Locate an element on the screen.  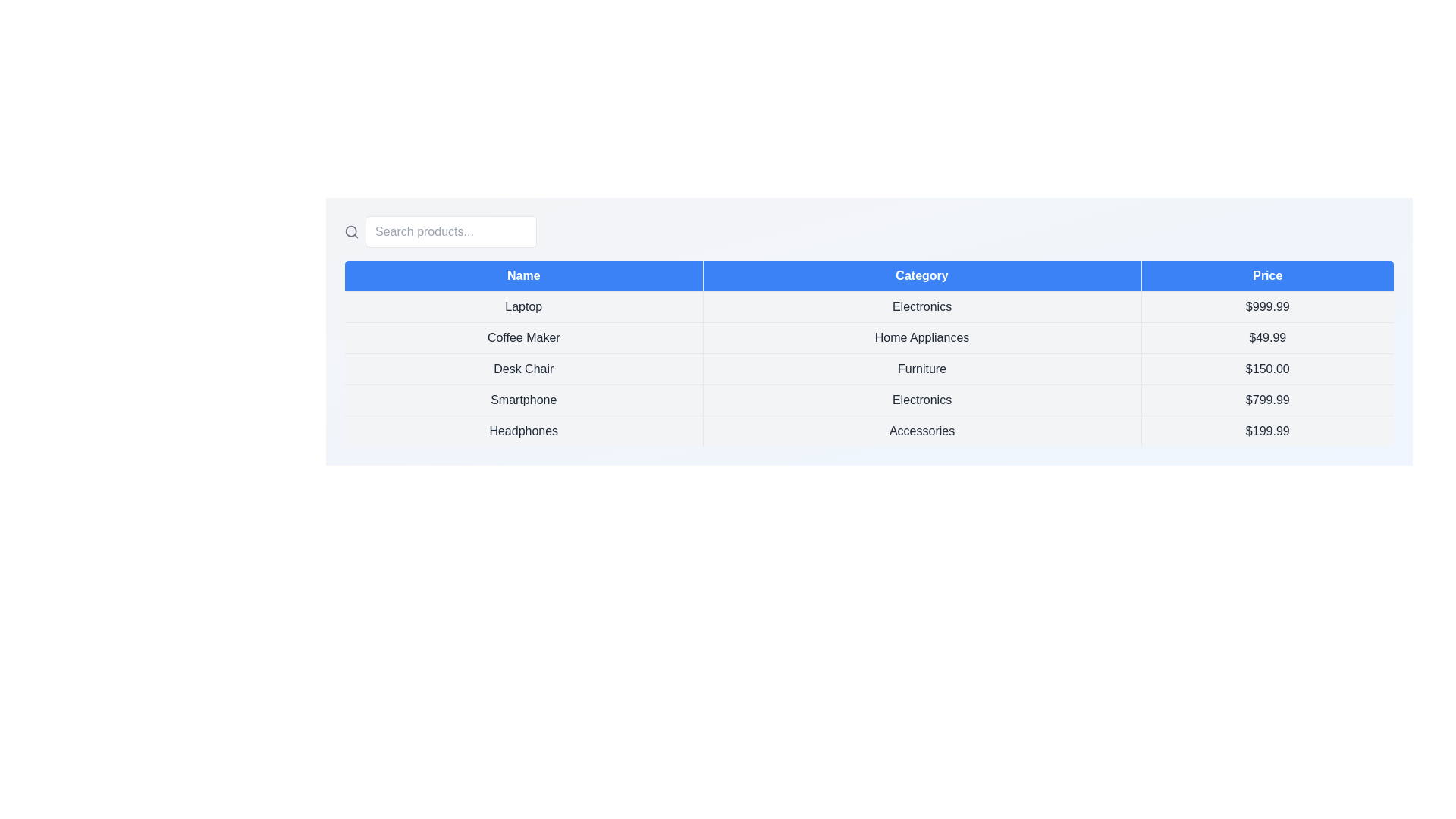
text displayed in the Text Display element located in the right-most column titled 'Price' in the first row of the table, which shows the value '$999.99' is located at coordinates (1267, 307).